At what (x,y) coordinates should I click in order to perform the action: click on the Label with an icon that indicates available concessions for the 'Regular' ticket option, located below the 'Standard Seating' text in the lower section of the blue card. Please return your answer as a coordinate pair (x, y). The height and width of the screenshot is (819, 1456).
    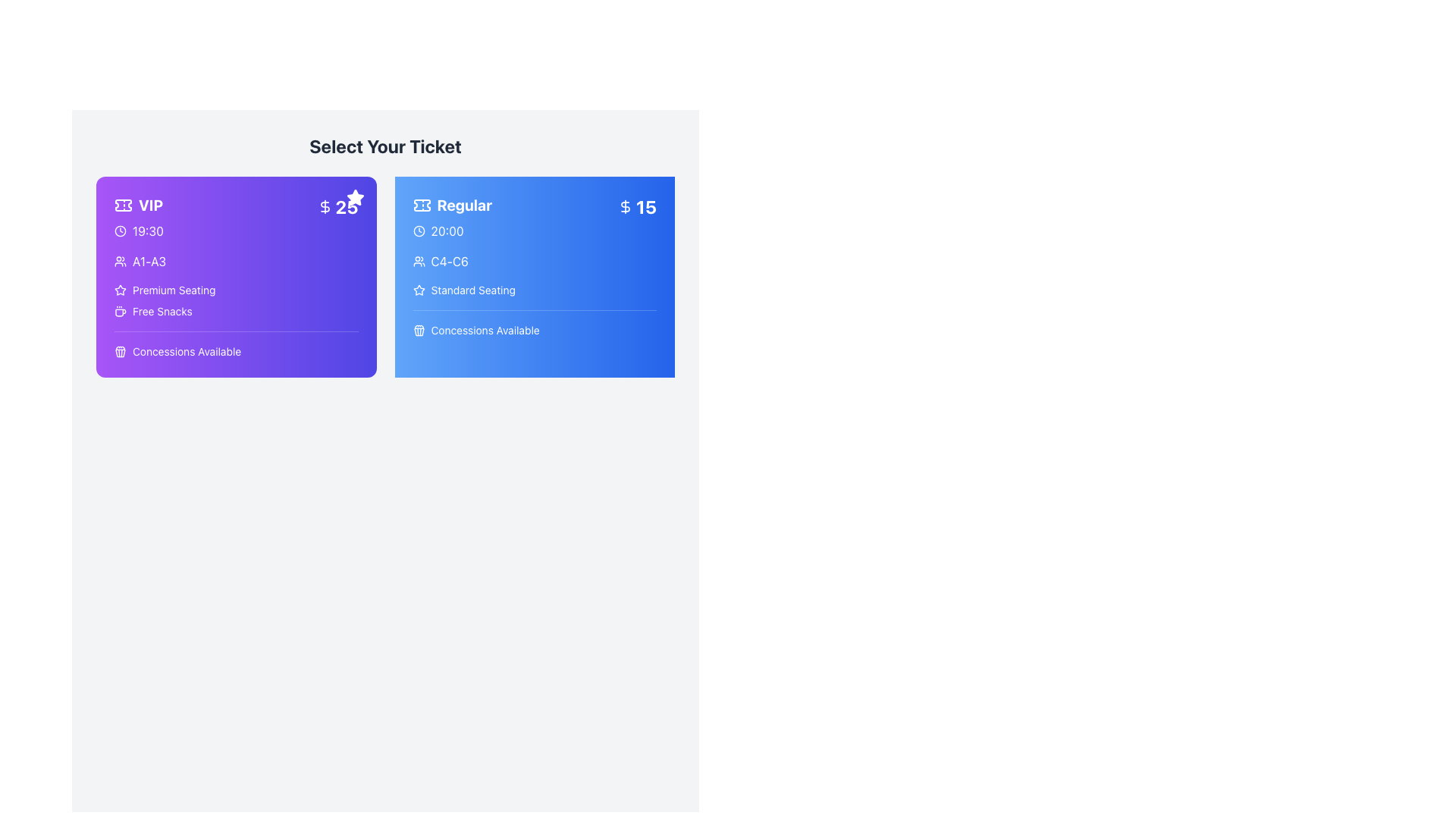
    Looking at the image, I should click on (535, 323).